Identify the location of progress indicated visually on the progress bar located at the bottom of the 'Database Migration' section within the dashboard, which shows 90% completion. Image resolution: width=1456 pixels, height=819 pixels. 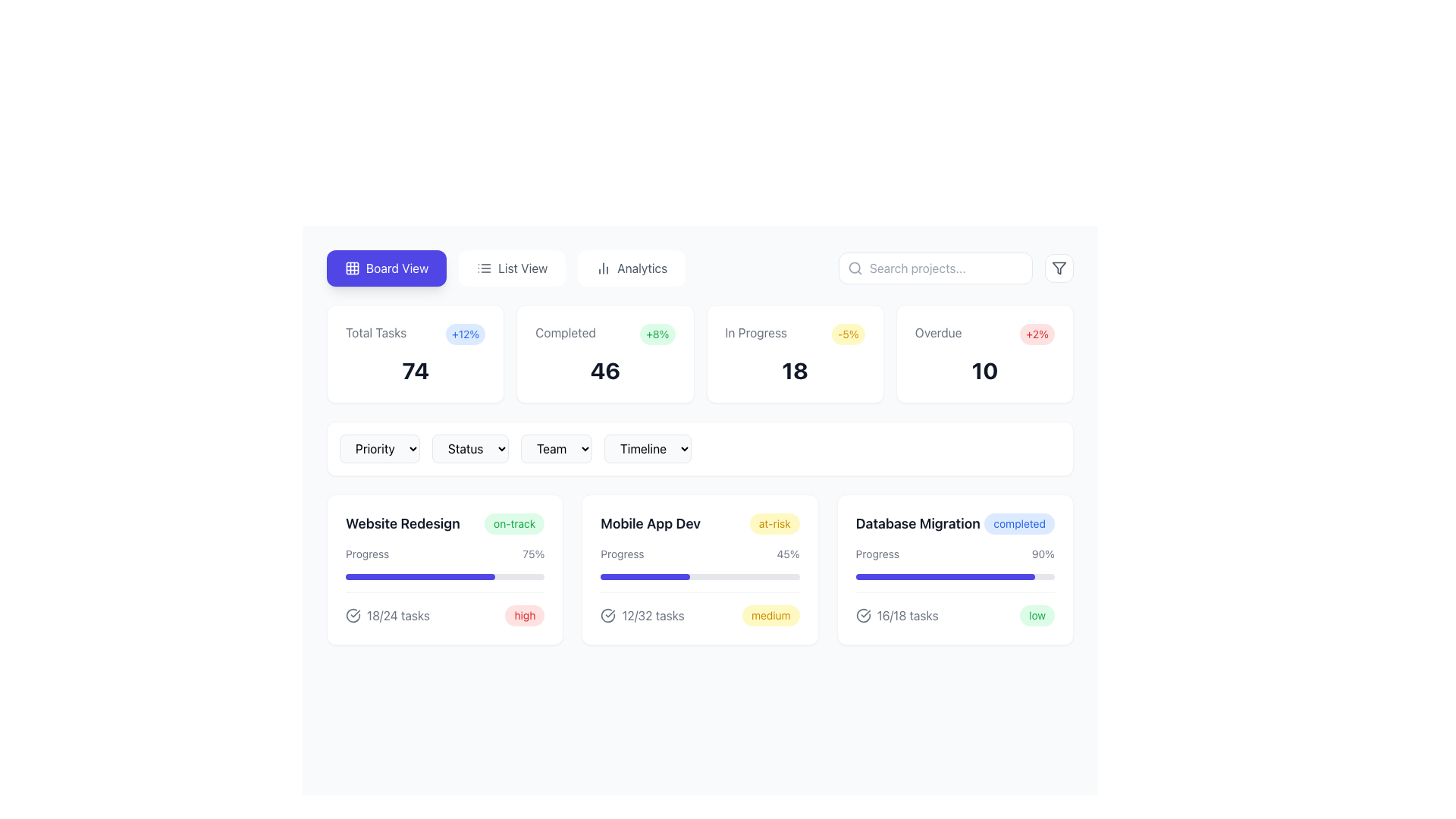
(944, 576).